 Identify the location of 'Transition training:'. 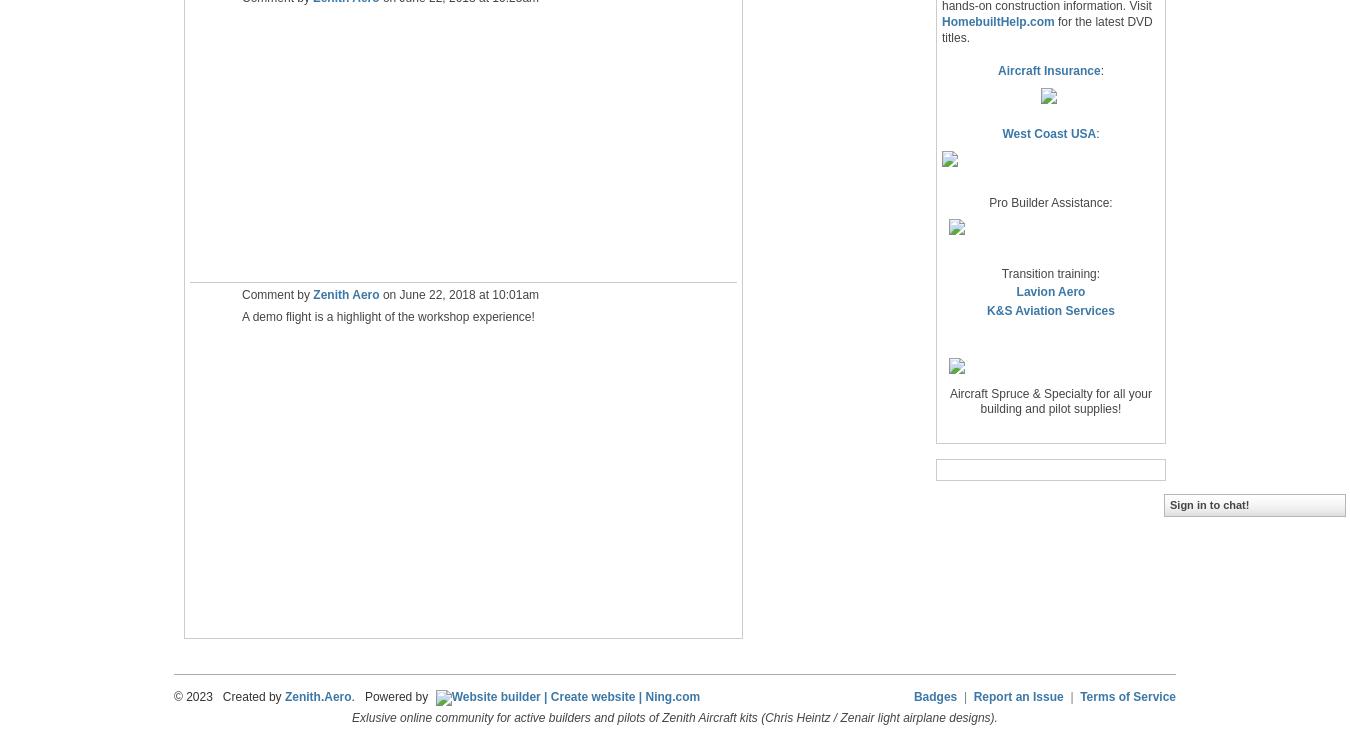
(1050, 271).